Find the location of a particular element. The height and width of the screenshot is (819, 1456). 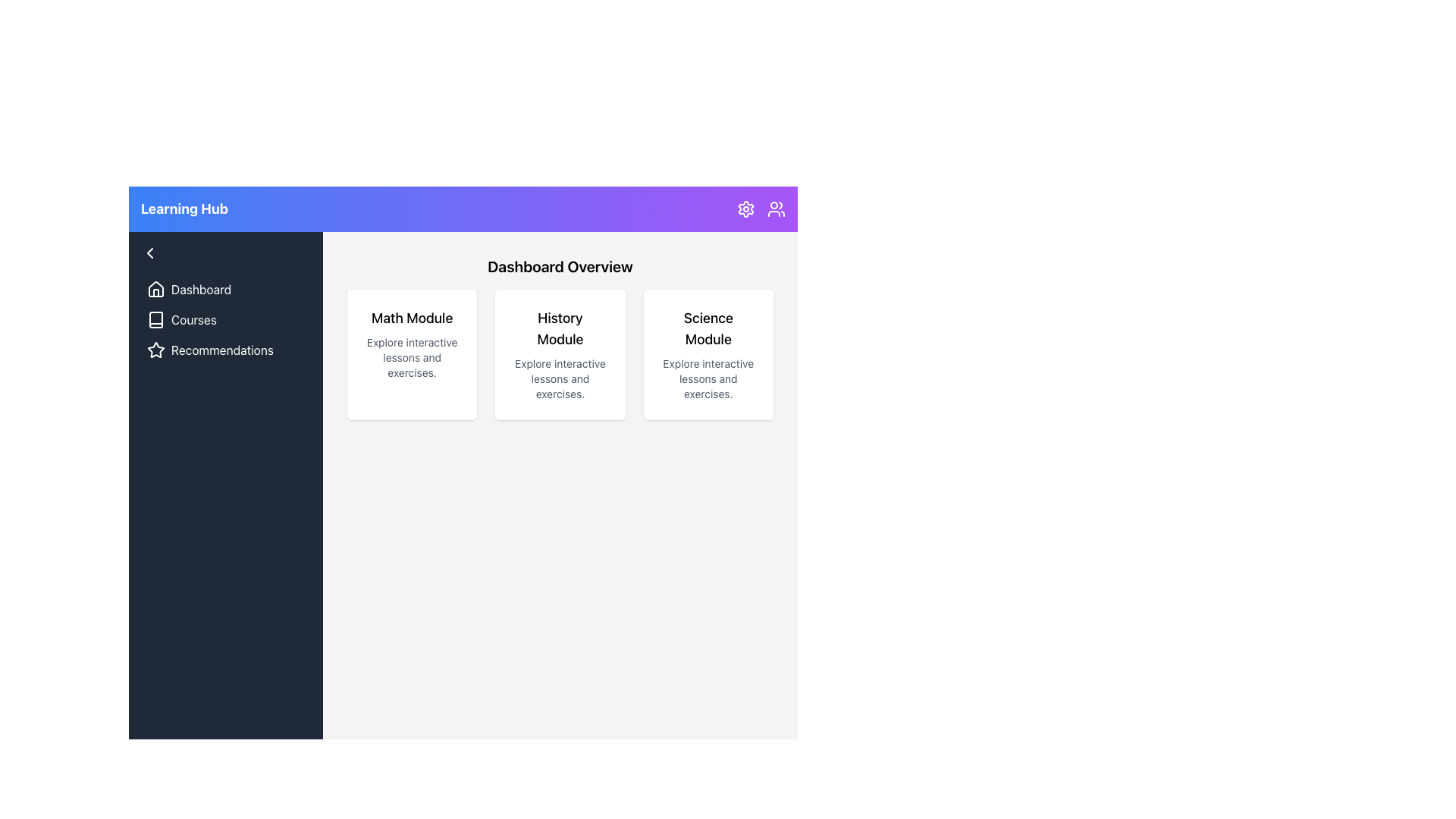

the gear-shaped icon button representing settings with a purple background located in the top-right corner of the page is located at coordinates (745, 209).